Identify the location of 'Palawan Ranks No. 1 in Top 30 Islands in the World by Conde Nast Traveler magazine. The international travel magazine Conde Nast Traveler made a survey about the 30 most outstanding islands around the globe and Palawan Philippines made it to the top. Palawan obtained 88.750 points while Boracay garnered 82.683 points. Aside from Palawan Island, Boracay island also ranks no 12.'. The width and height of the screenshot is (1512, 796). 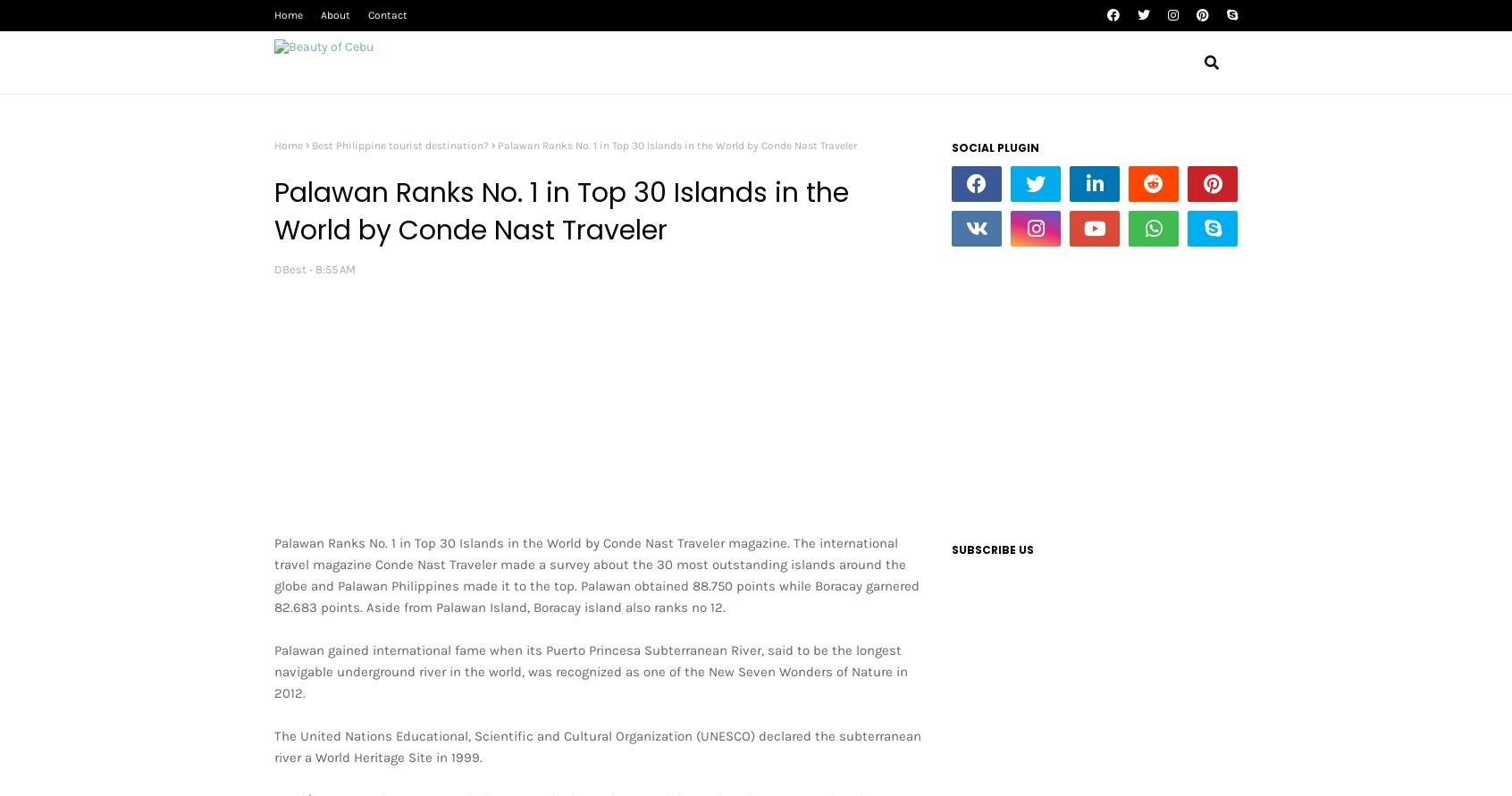
(273, 574).